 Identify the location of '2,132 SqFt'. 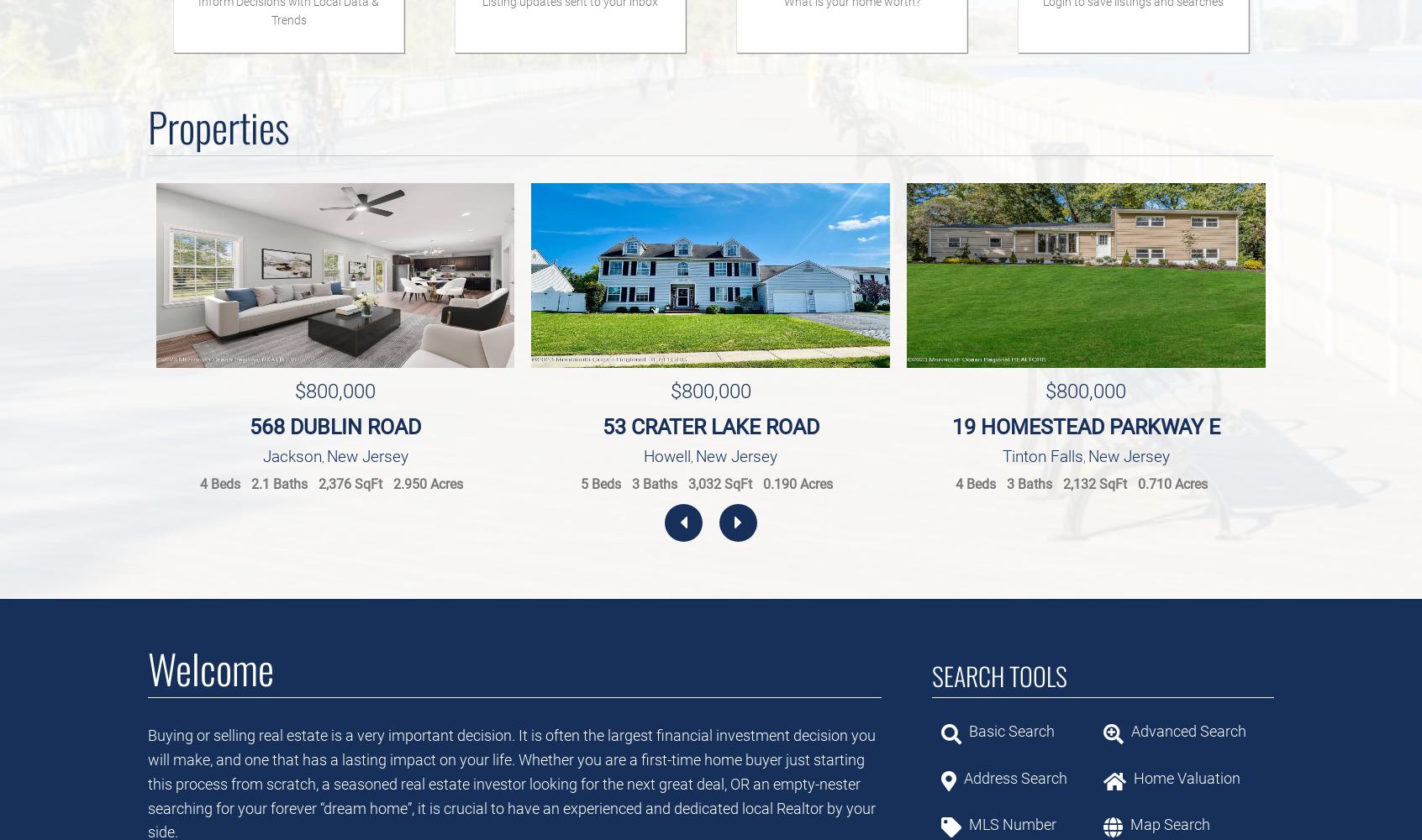
(1094, 483).